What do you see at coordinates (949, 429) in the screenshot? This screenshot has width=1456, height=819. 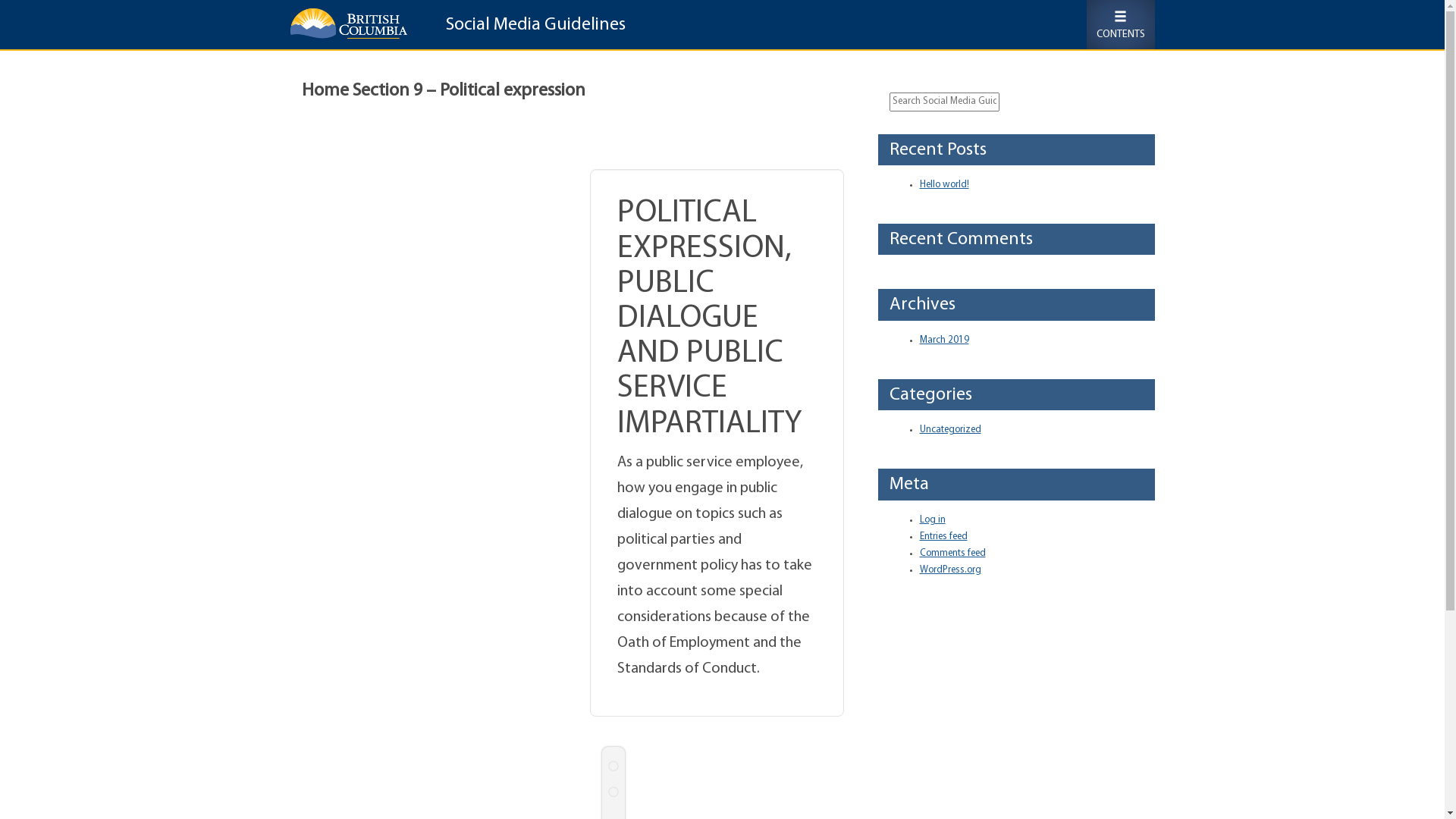 I see `'Uncategorized'` at bounding box center [949, 429].